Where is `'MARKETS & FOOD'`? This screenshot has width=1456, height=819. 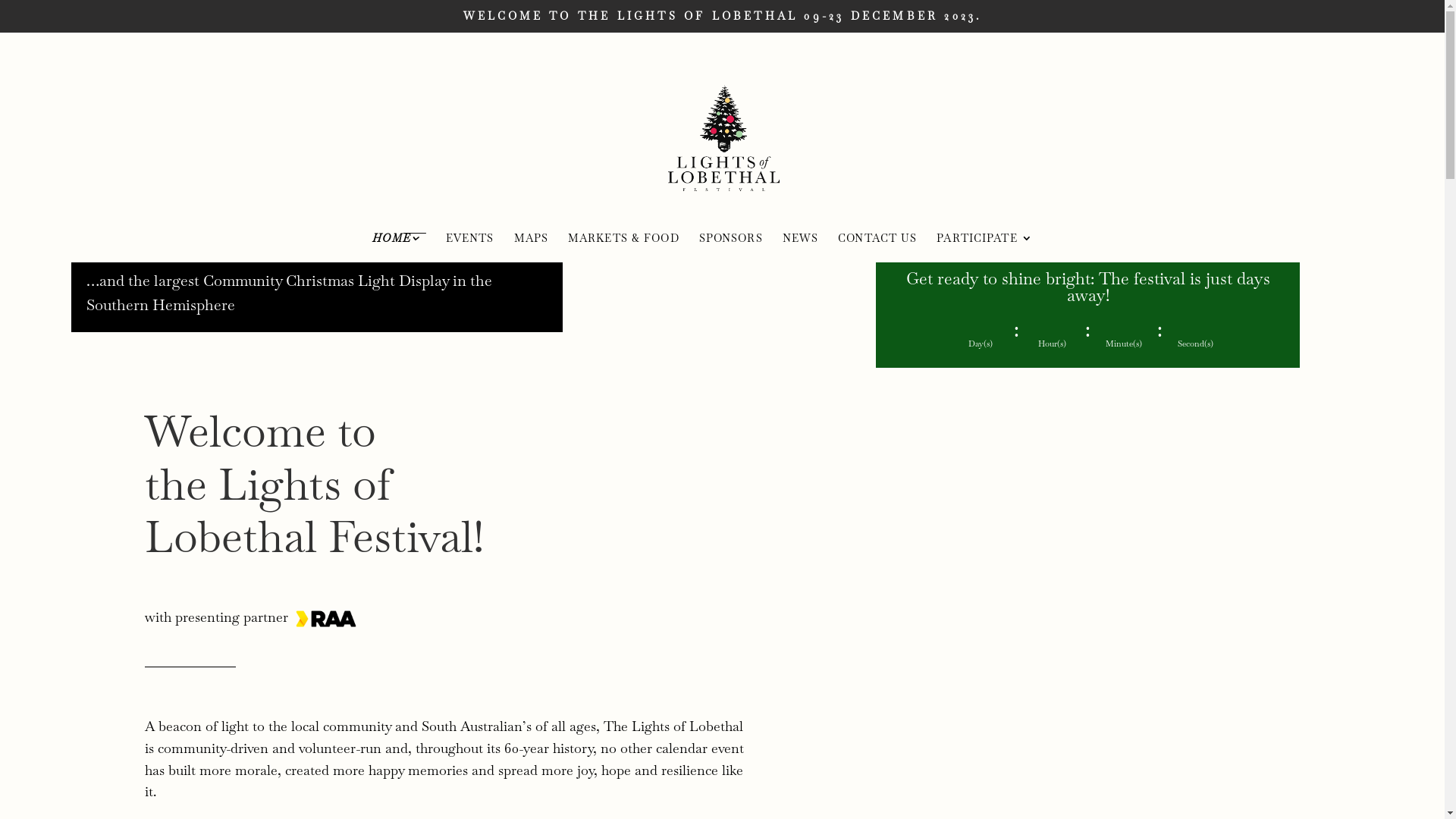
'MARKETS & FOOD' is located at coordinates (623, 246).